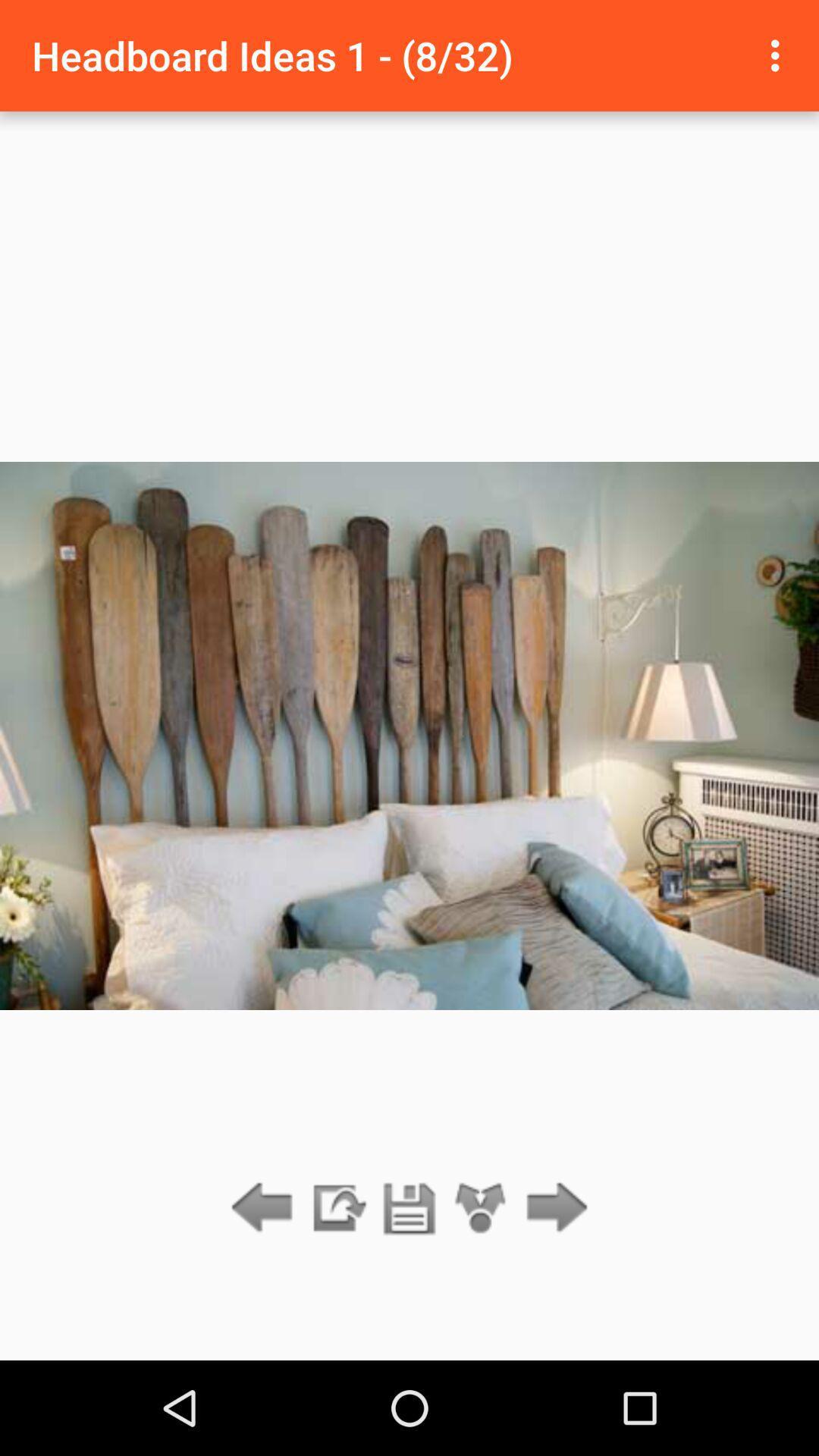  What do you see at coordinates (553, 1208) in the screenshot?
I see `the arrow_forward icon` at bounding box center [553, 1208].